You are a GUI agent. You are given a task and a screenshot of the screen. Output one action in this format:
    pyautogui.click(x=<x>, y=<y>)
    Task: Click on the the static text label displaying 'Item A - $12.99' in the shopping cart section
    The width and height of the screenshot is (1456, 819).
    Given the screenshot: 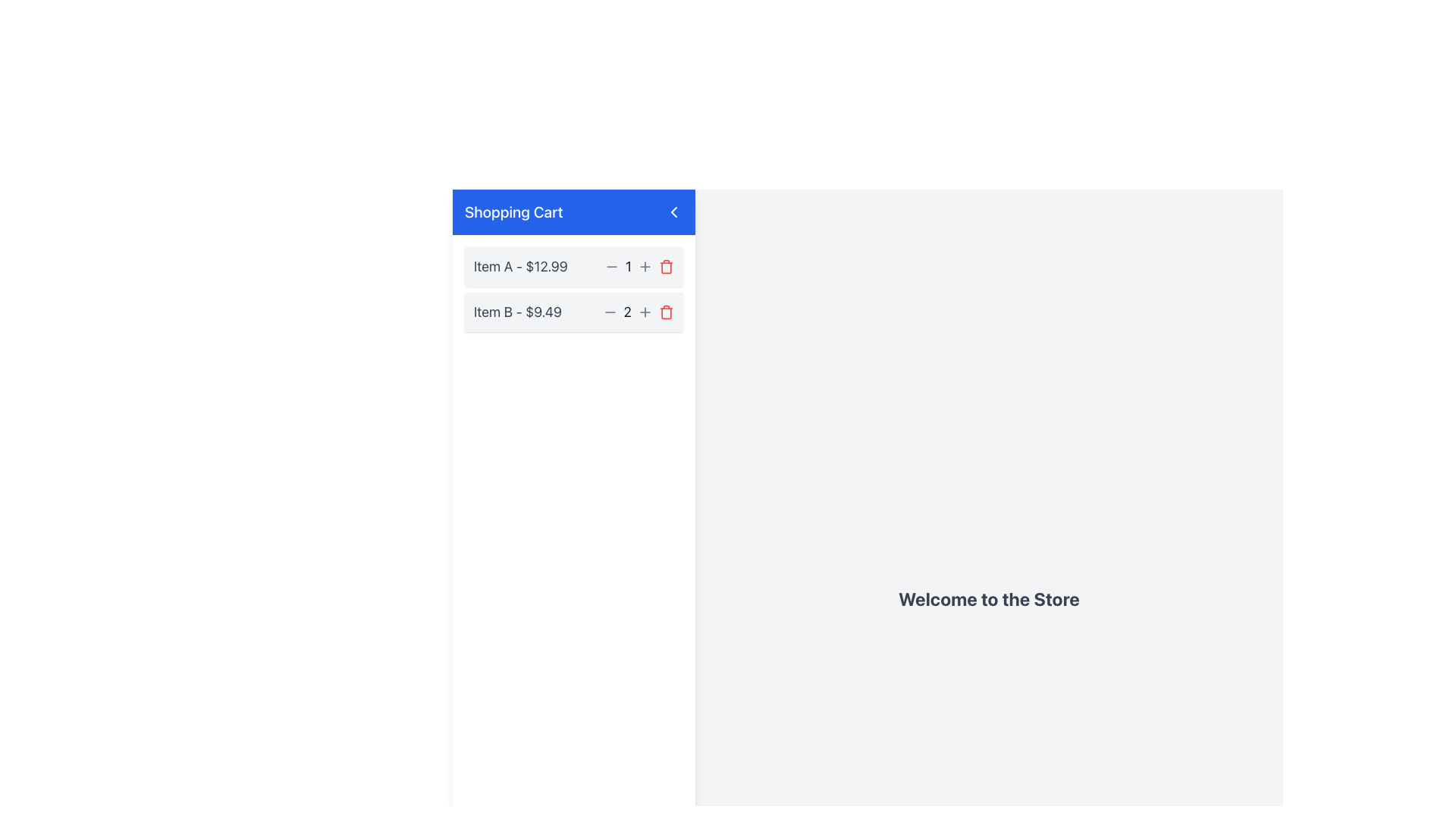 What is the action you would take?
    pyautogui.click(x=520, y=265)
    